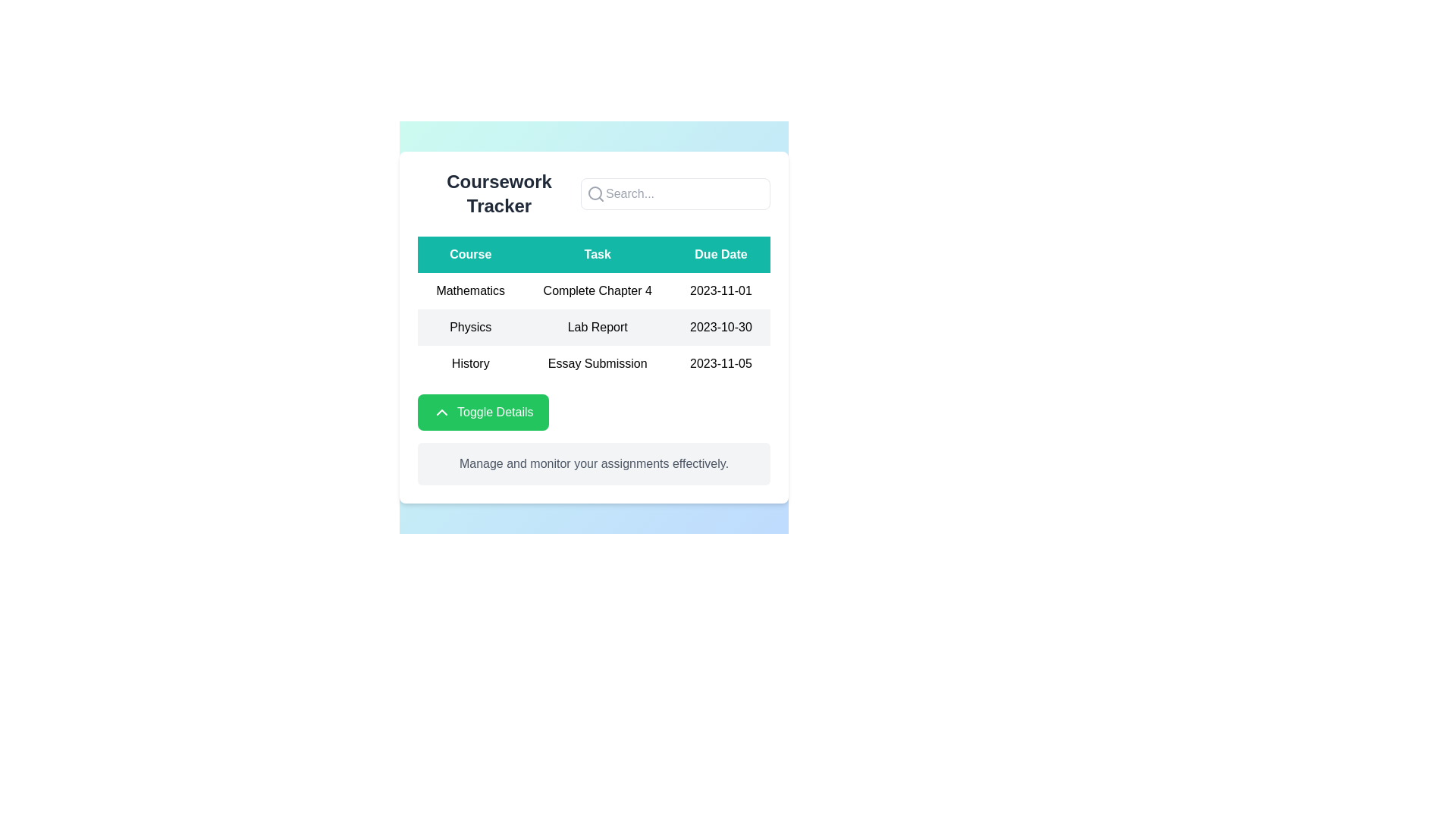 The image size is (1456, 819). I want to click on contents of the Text label that indicates tasks associated with courses, located in the second column of the table header, so click(597, 253).